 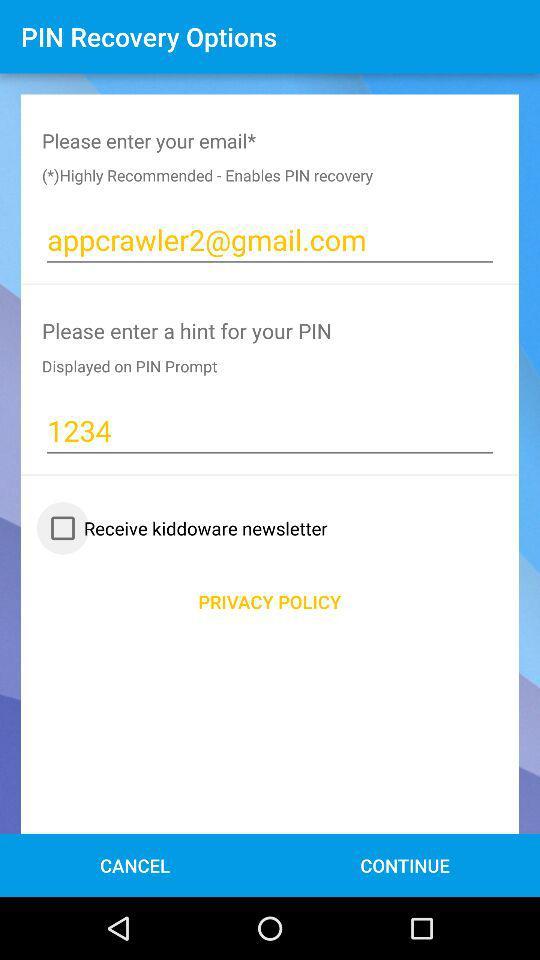 I want to click on the button continue at the bottom of the page, so click(x=405, y=864).